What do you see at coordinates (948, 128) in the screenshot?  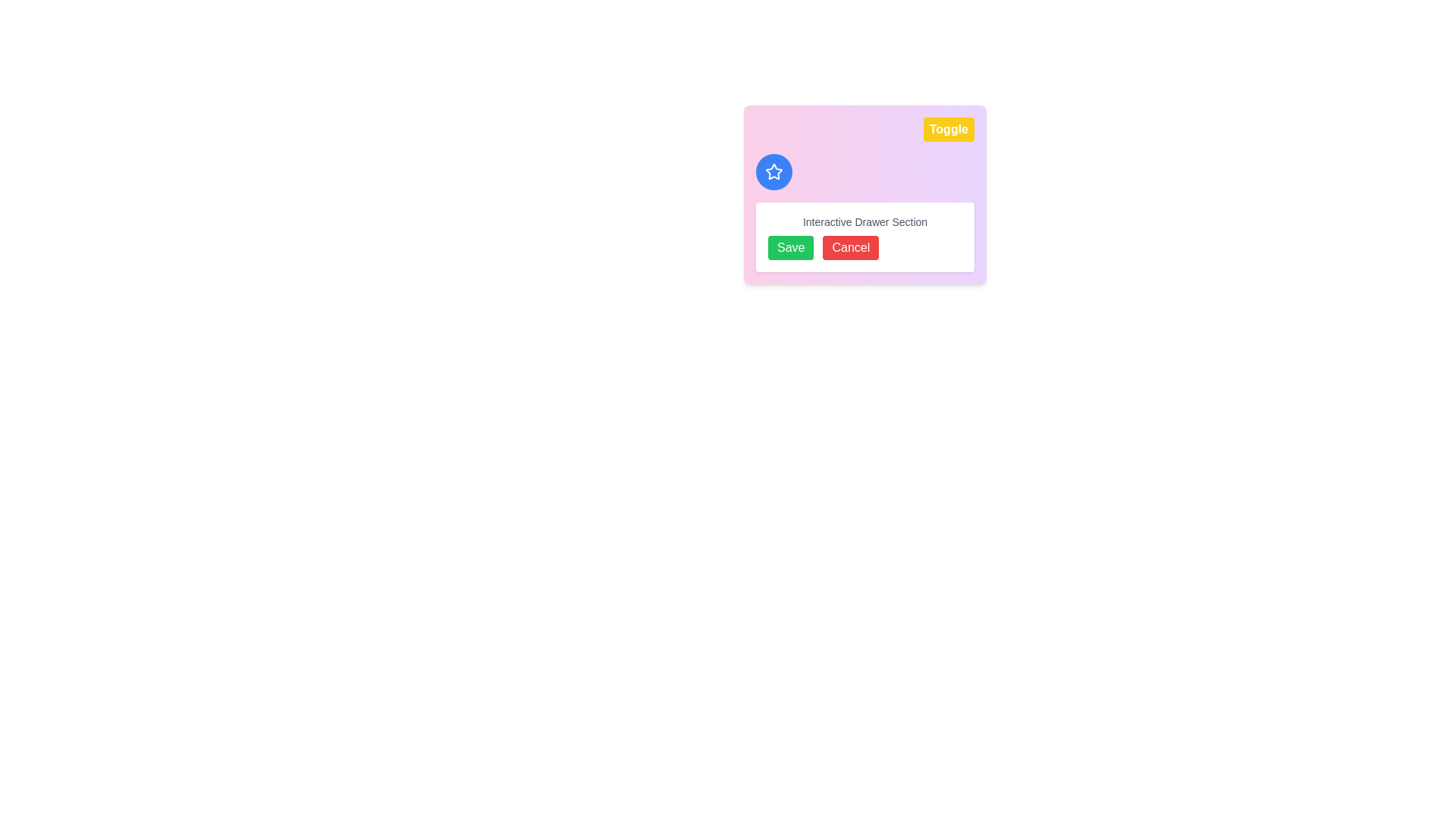 I see `the toggle button located at the top-right corner of the pastel-colored box to observe its hover effect` at bounding box center [948, 128].